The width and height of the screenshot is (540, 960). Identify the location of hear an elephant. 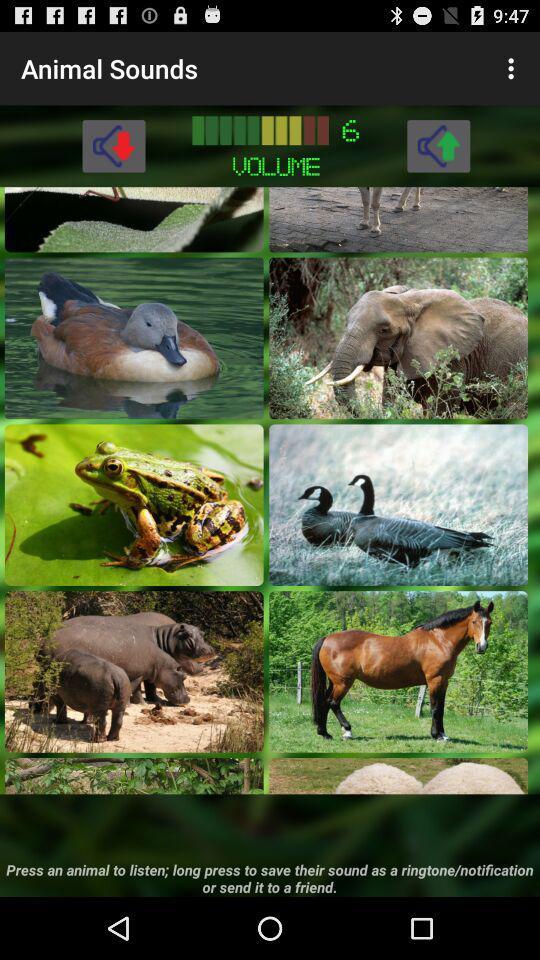
(398, 338).